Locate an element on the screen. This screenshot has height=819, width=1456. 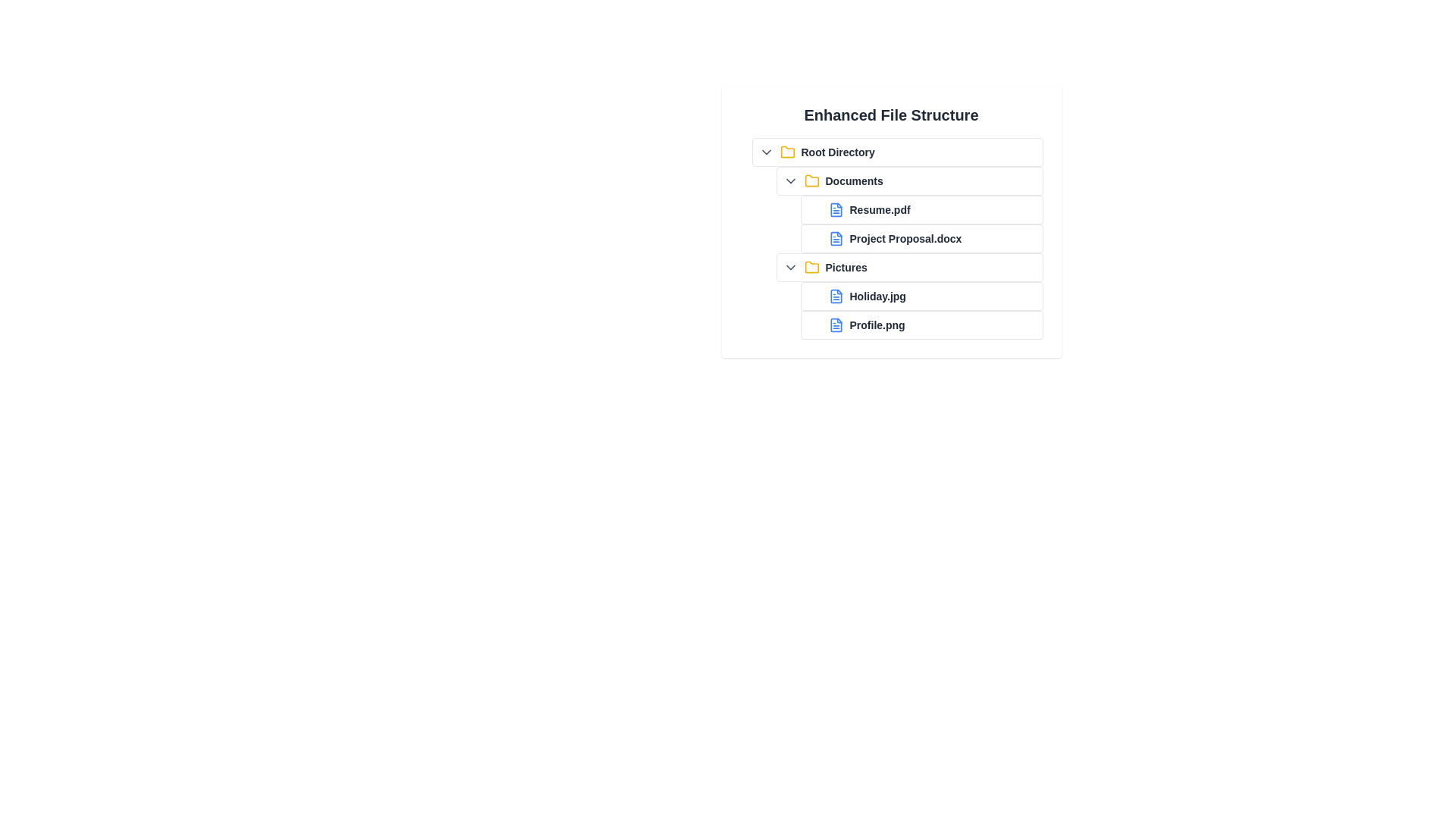
the folder icon representing the 'Documents' category in the file structure interface, which is the second element from the left within the 'Documents' group is located at coordinates (811, 180).